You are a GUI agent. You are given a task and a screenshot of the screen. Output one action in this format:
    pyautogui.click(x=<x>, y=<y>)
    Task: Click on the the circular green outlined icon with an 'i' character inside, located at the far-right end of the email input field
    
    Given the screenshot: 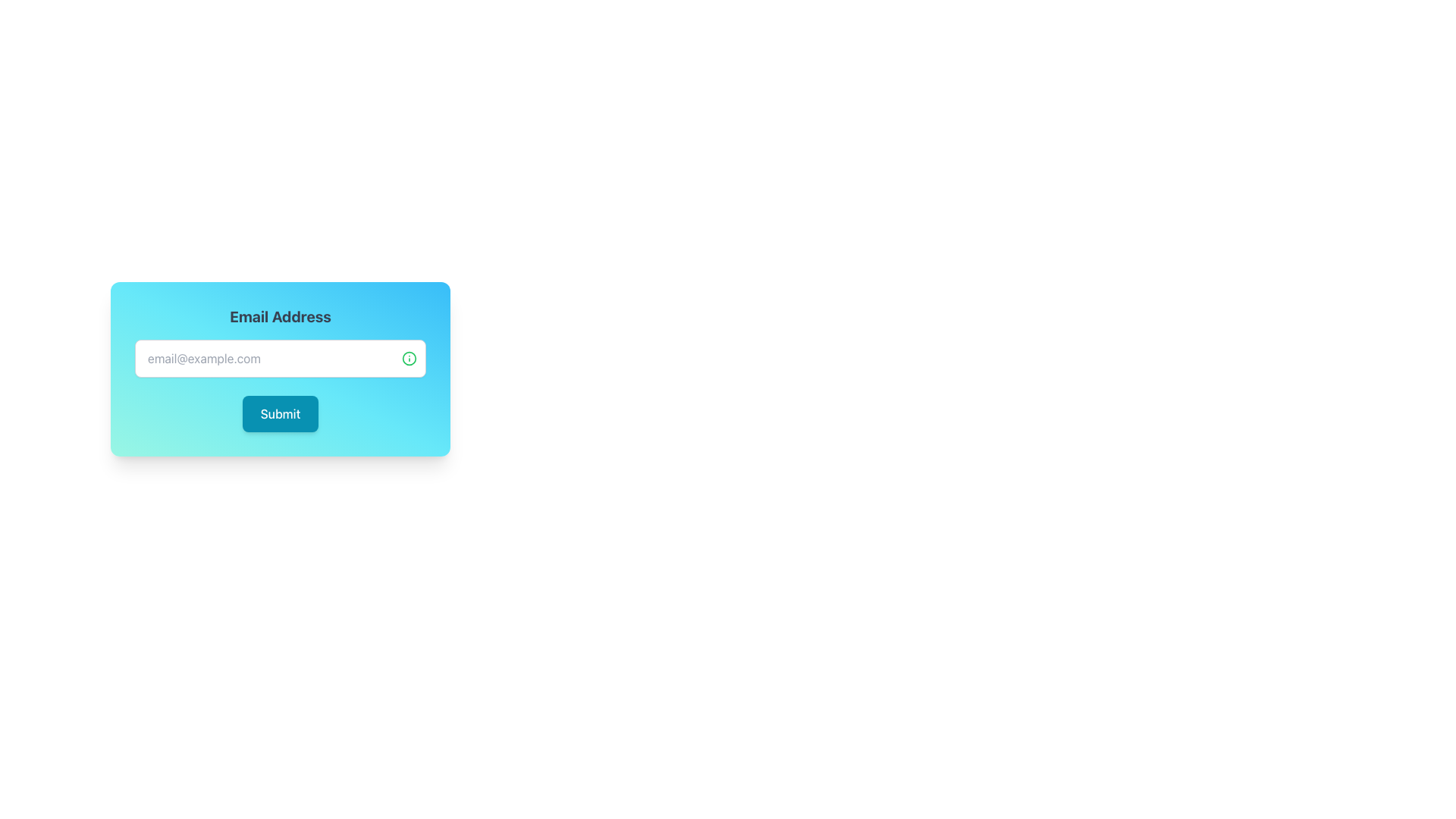 What is the action you would take?
    pyautogui.click(x=414, y=359)
    